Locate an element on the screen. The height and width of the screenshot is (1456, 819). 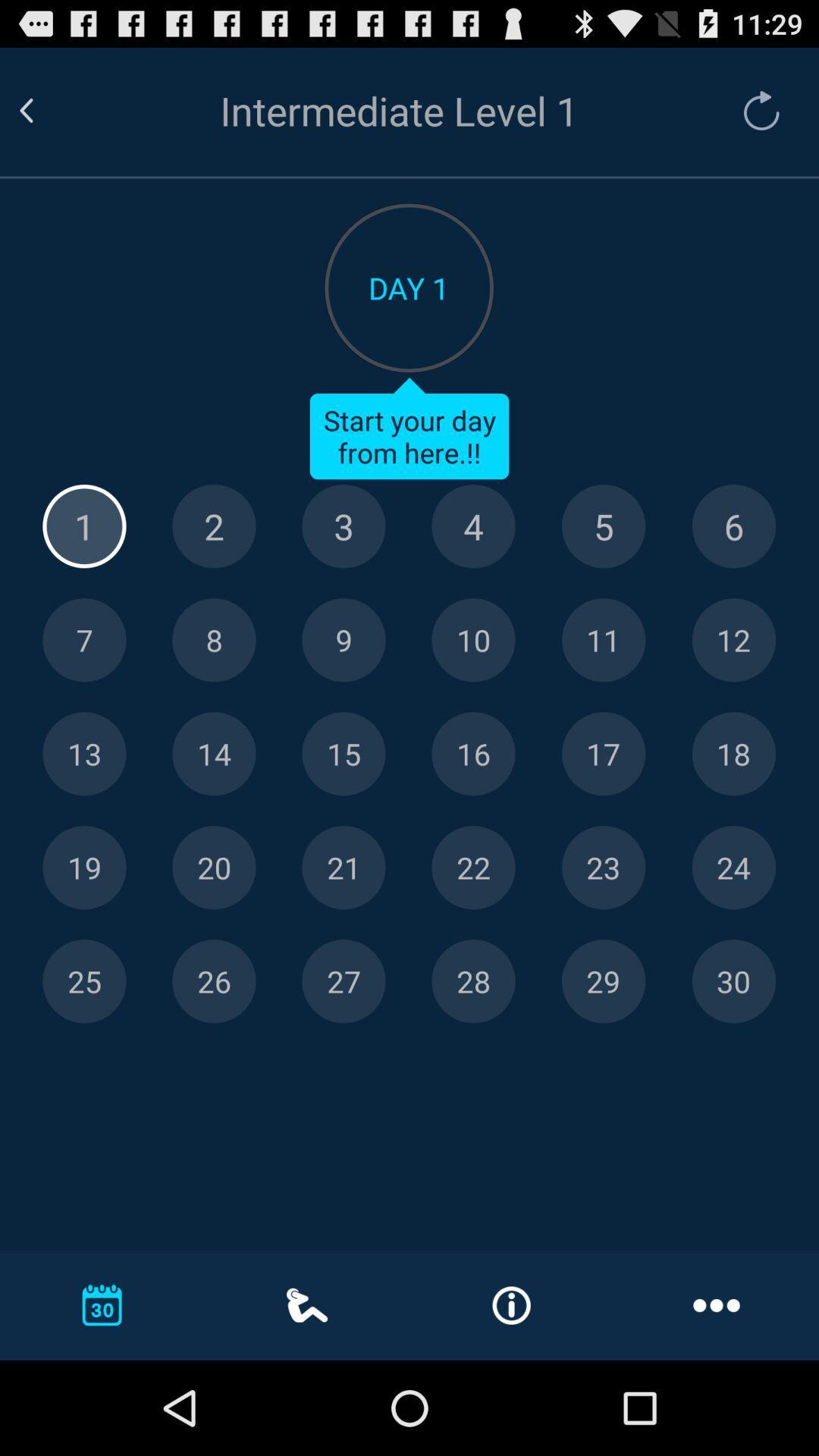
the navigation icon is located at coordinates (603, 805).